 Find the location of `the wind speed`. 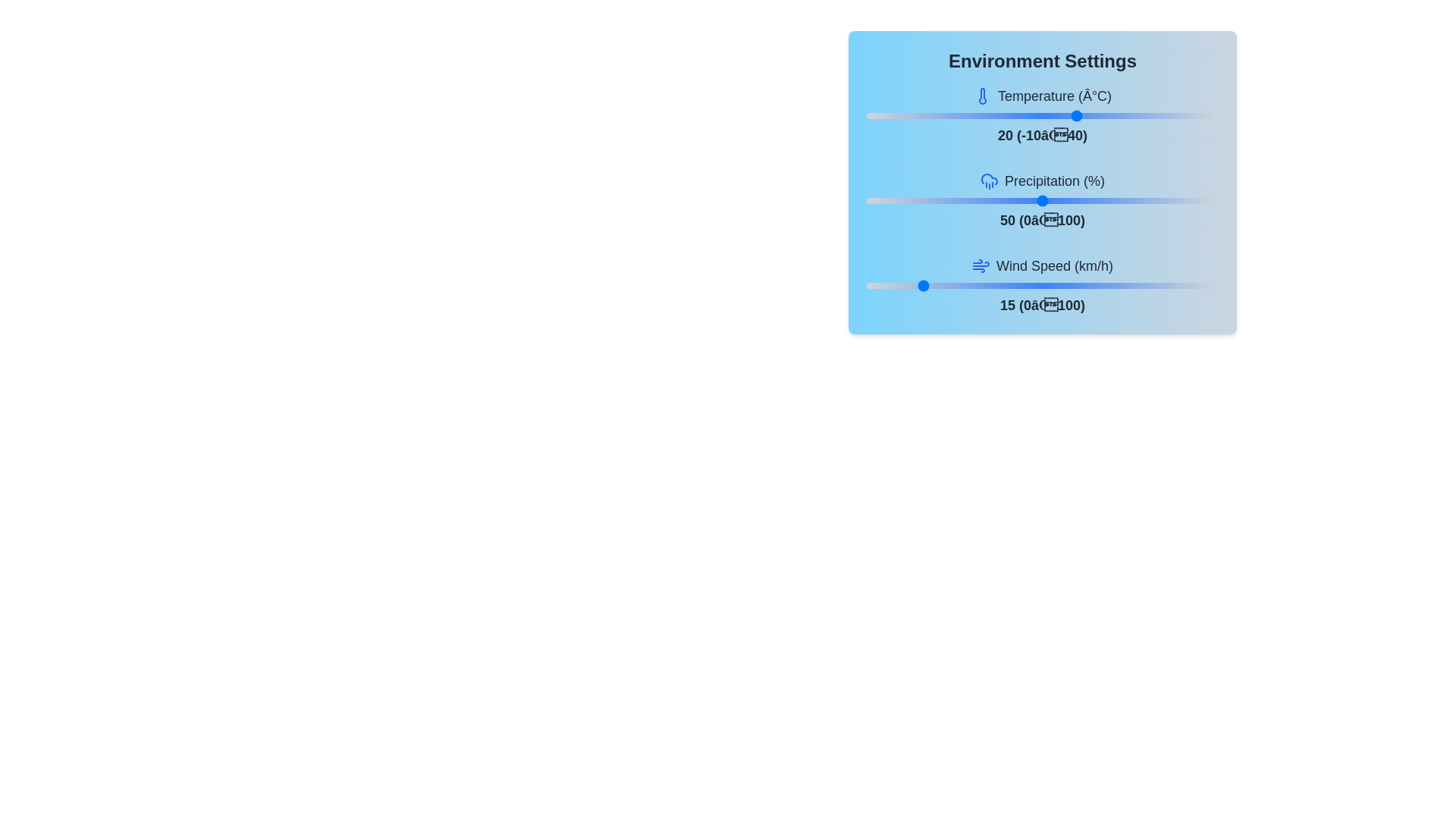

the wind speed is located at coordinates (986, 286).